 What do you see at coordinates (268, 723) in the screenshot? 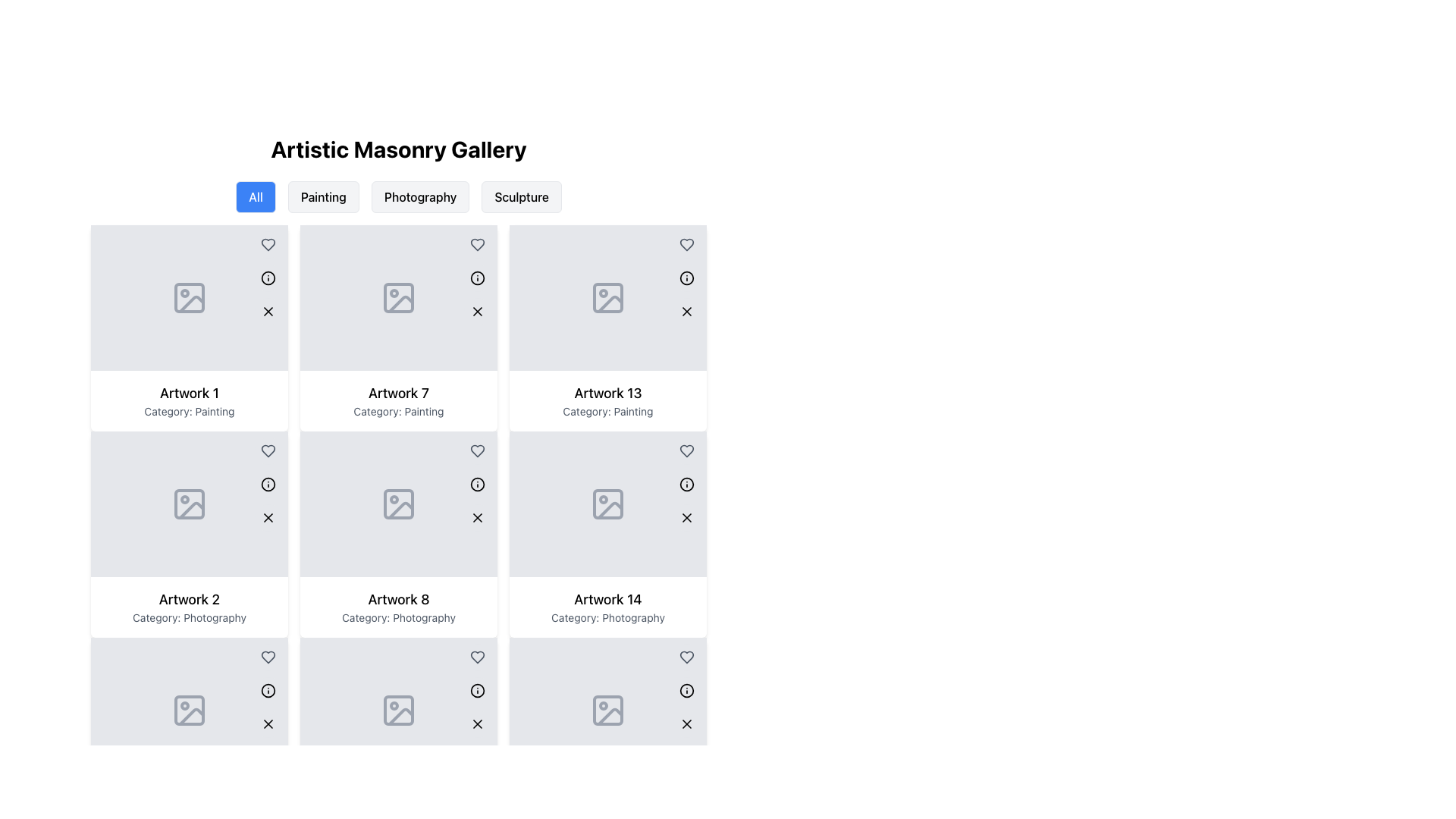
I see `the 'X' icon for close or remove functionality located at the bottom-right corner of the 'Artwork 2' card` at bounding box center [268, 723].